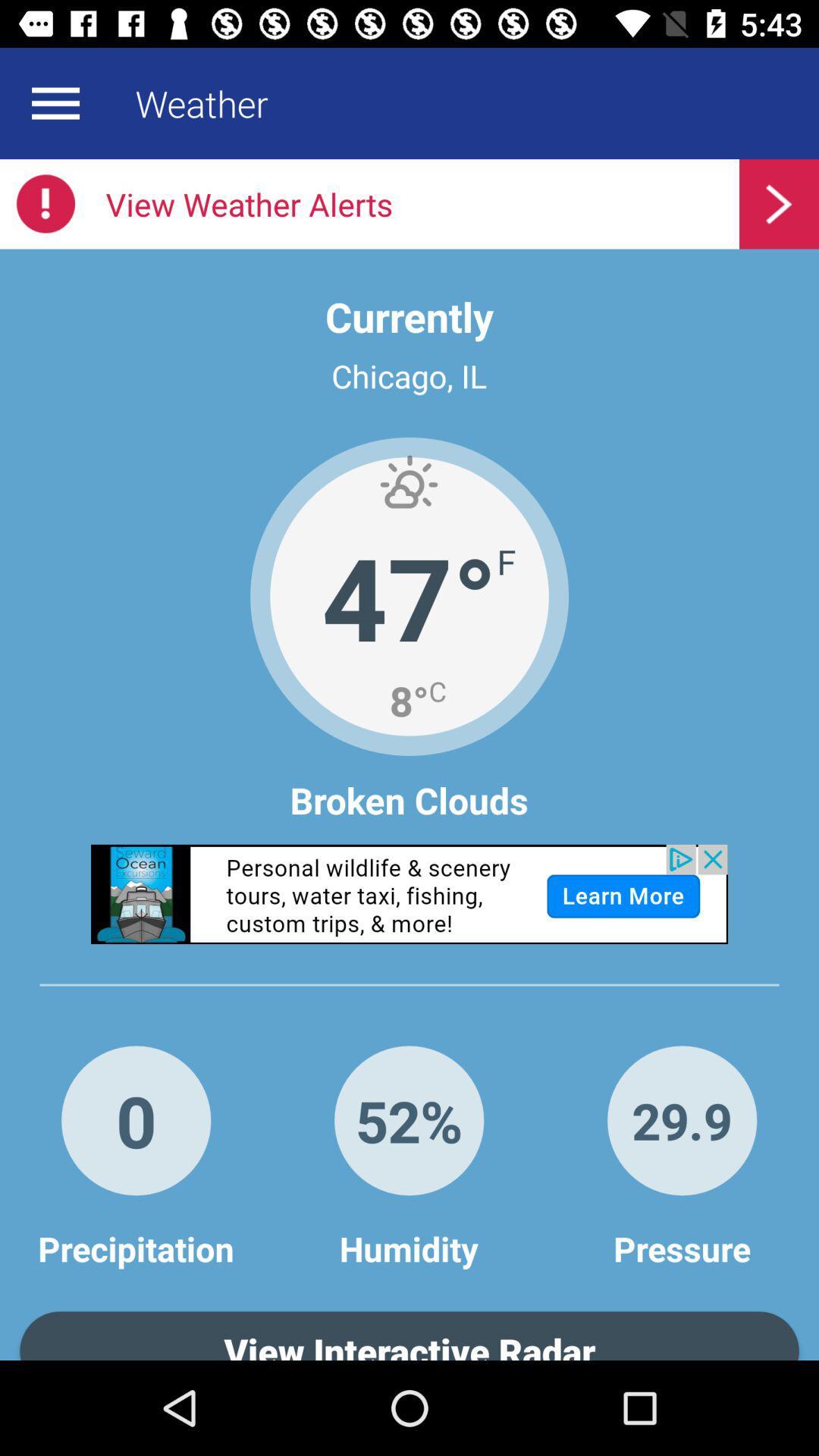 This screenshot has height=1456, width=819. Describe the element at coordinates (55, 102) in the screenshot. I see `menu button` at that location.